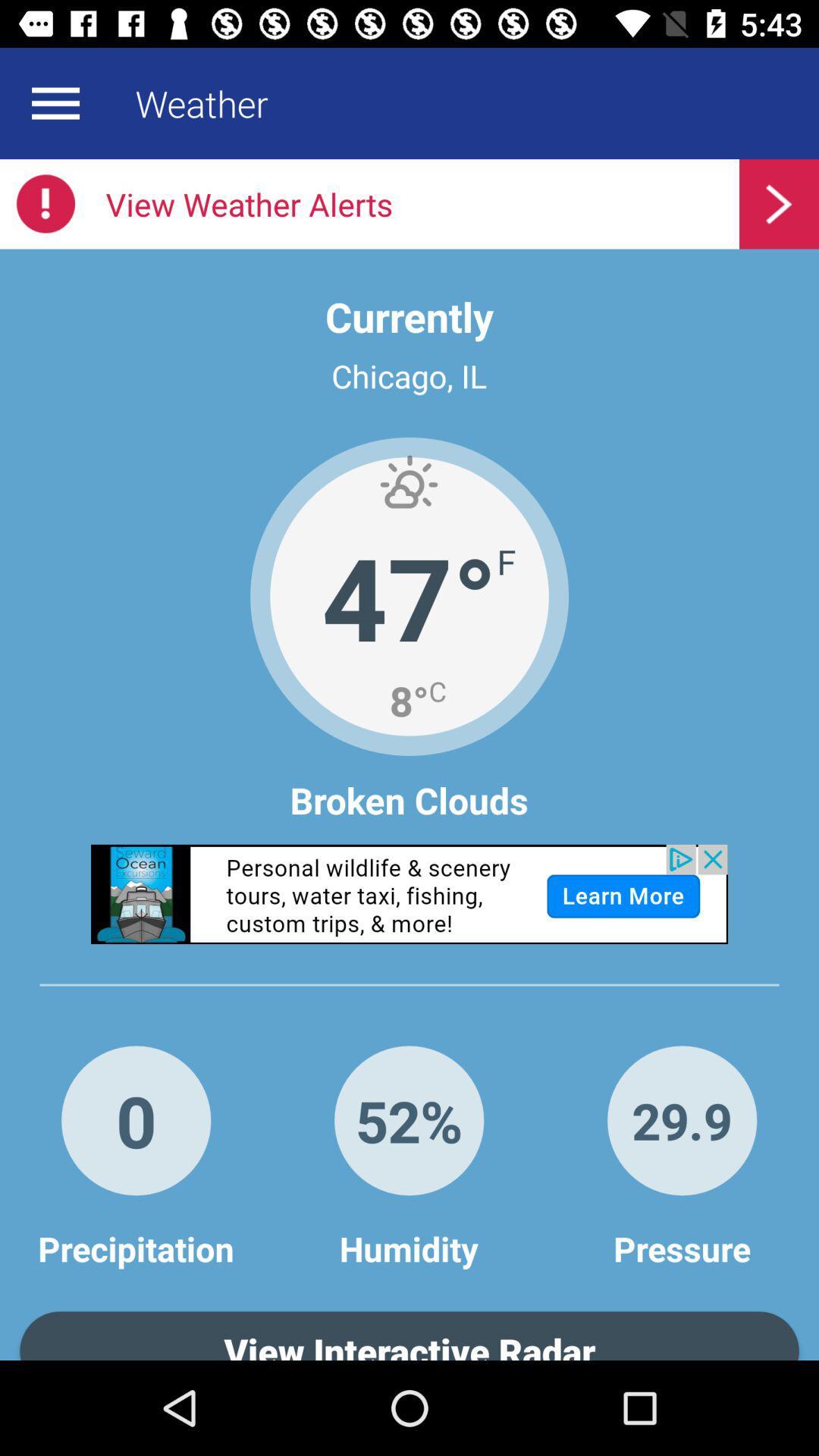 This screenshot has height=1456, width=819. Describe the element at coordinates (55, 102) in the screenshot. I see `menu button` at that location.